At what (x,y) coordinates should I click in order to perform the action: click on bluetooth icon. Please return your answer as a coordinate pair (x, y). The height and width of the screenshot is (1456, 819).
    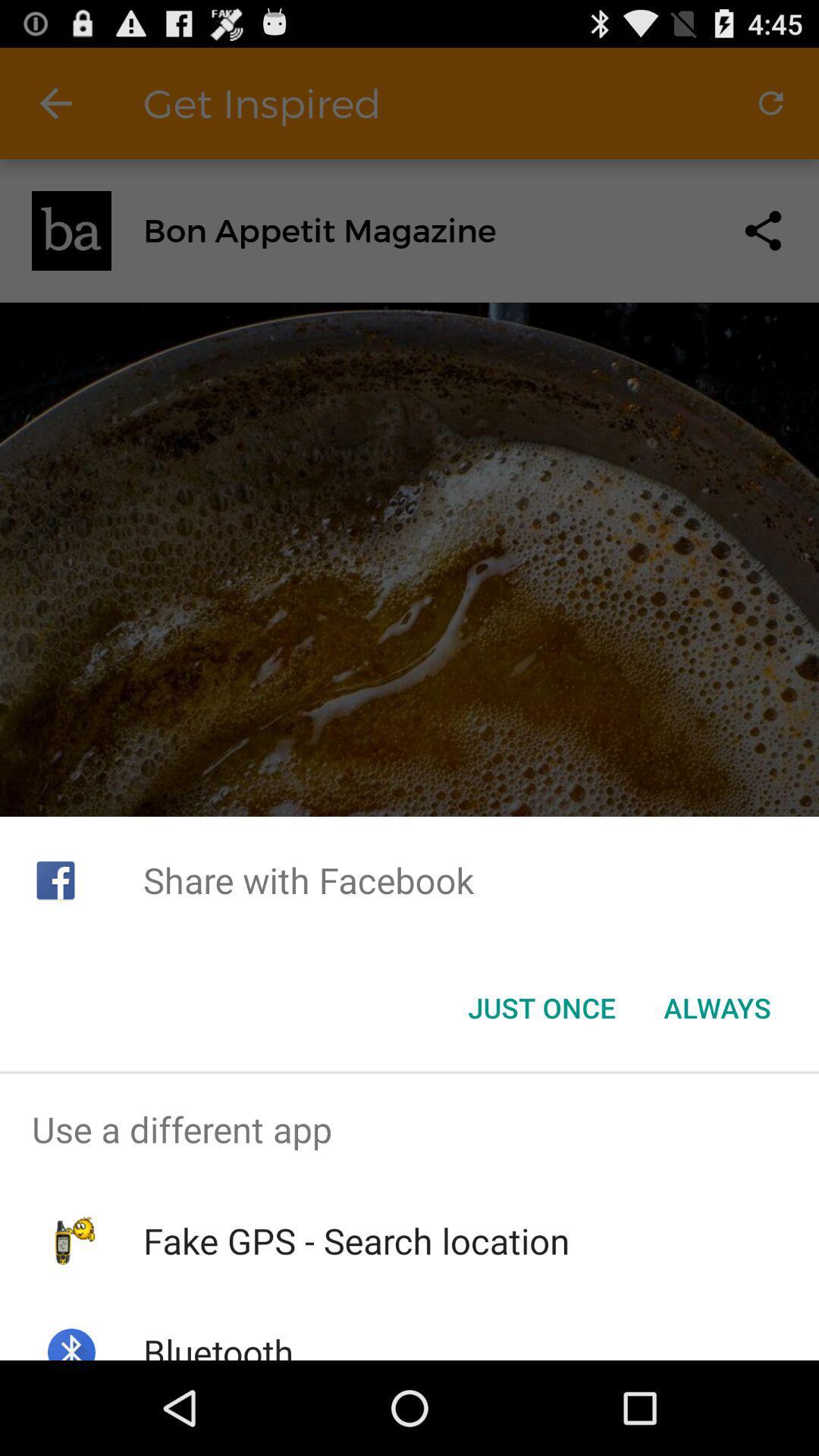
    Looking at the image, I should click on (218, 1344).